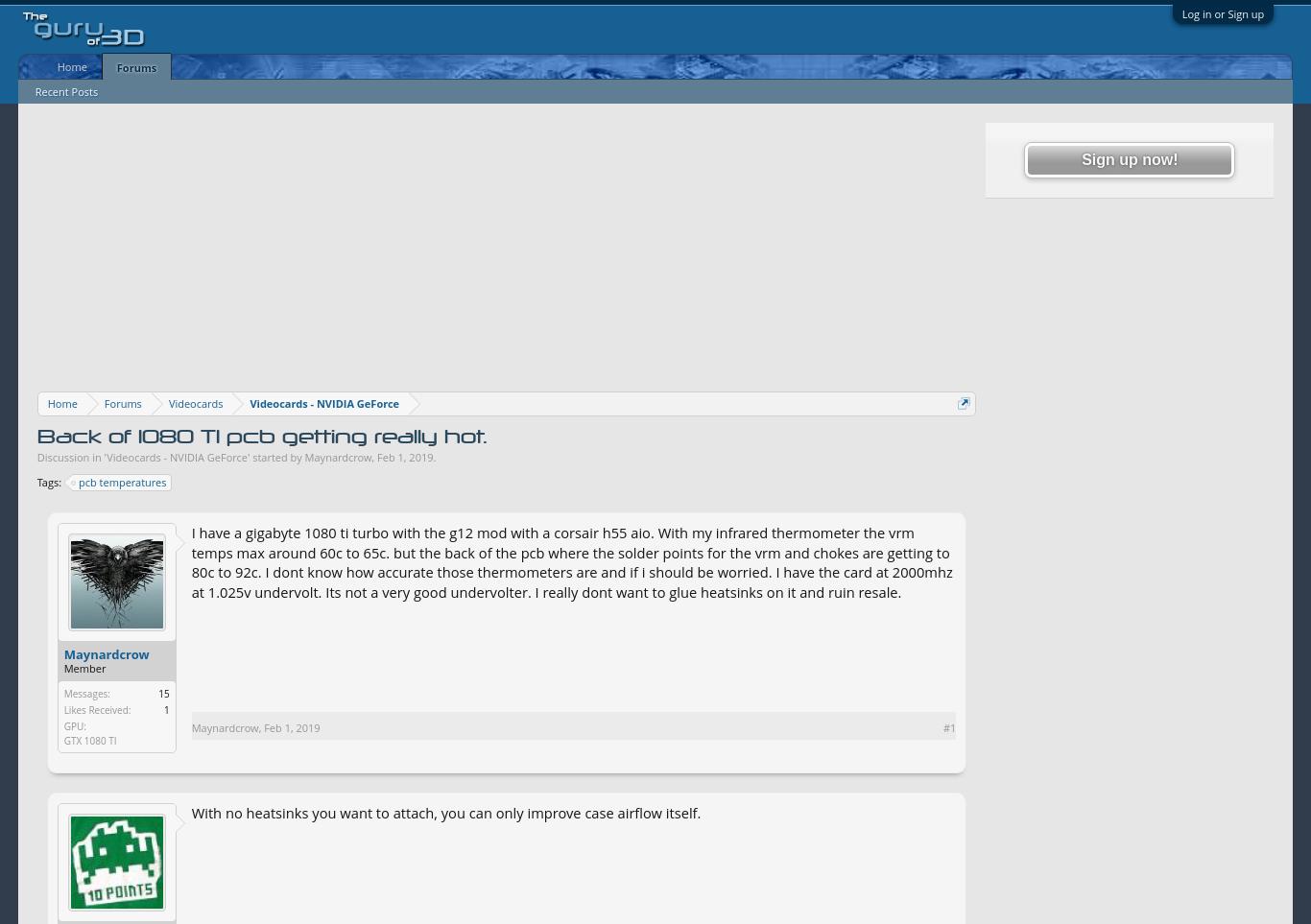 Image resolution: width=1311 pixels, height=924 pixels. What do you see at coordinates (274, 455) in the screenshot?
I see `'' started by'` at bounding box center [274, 455].